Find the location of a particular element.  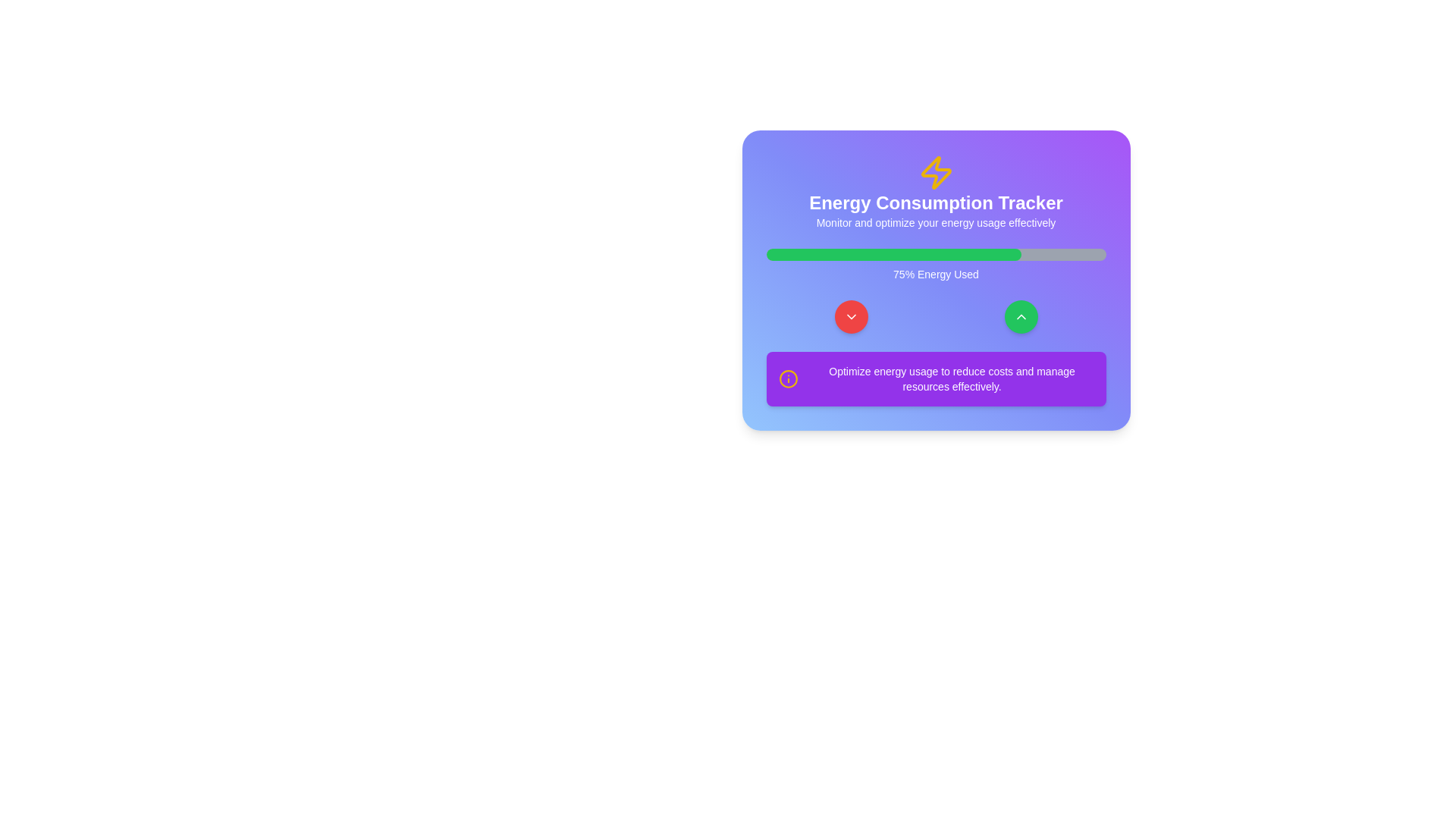

the power icon in the top-middle section of the 'Energy Consumption Tracker' card is located at coordinates (935, 171).